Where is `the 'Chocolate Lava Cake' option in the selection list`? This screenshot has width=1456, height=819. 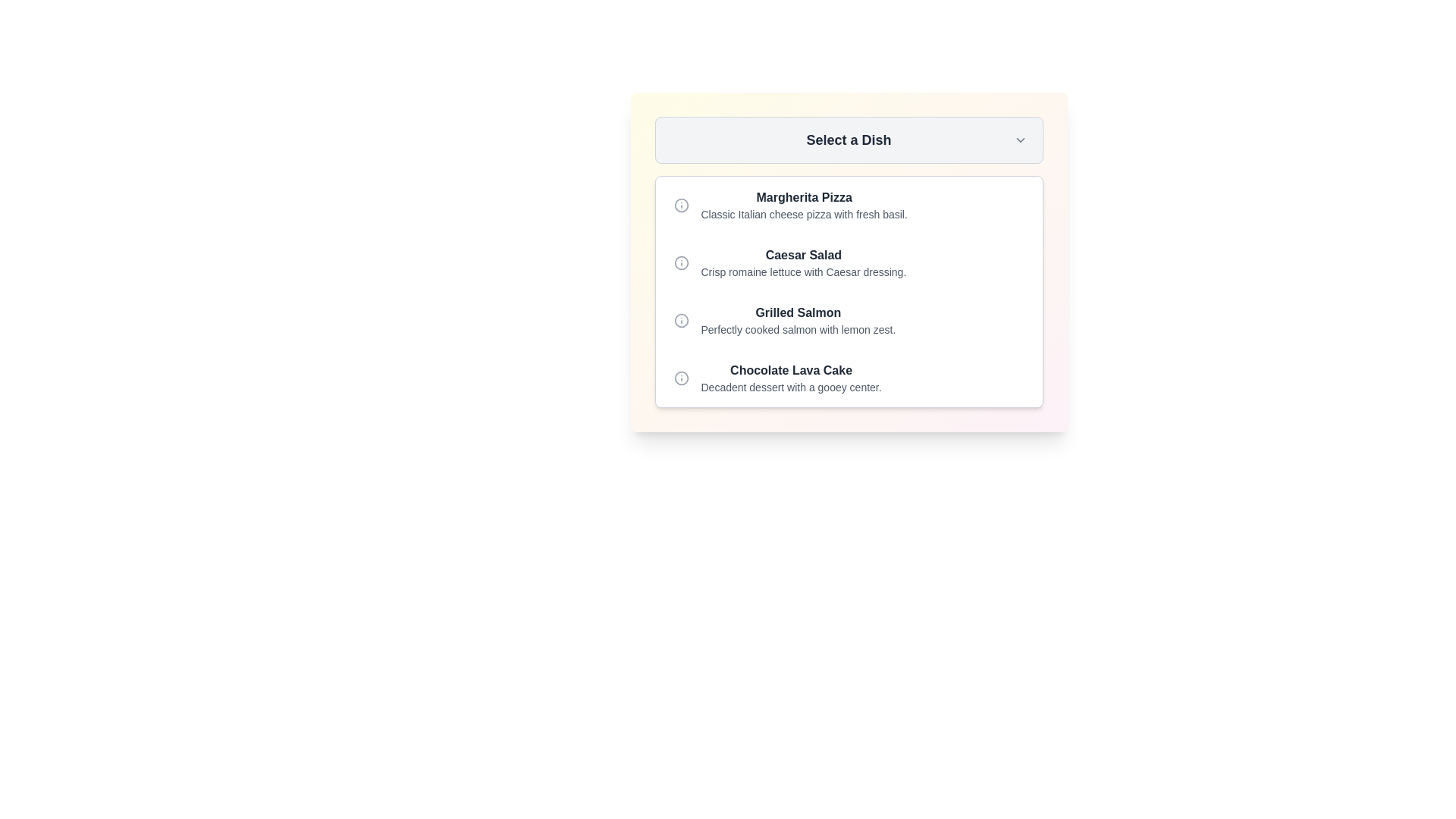 the 'Chocolate Lava Cake' option in the selection list is located at coordinates (848, 377).